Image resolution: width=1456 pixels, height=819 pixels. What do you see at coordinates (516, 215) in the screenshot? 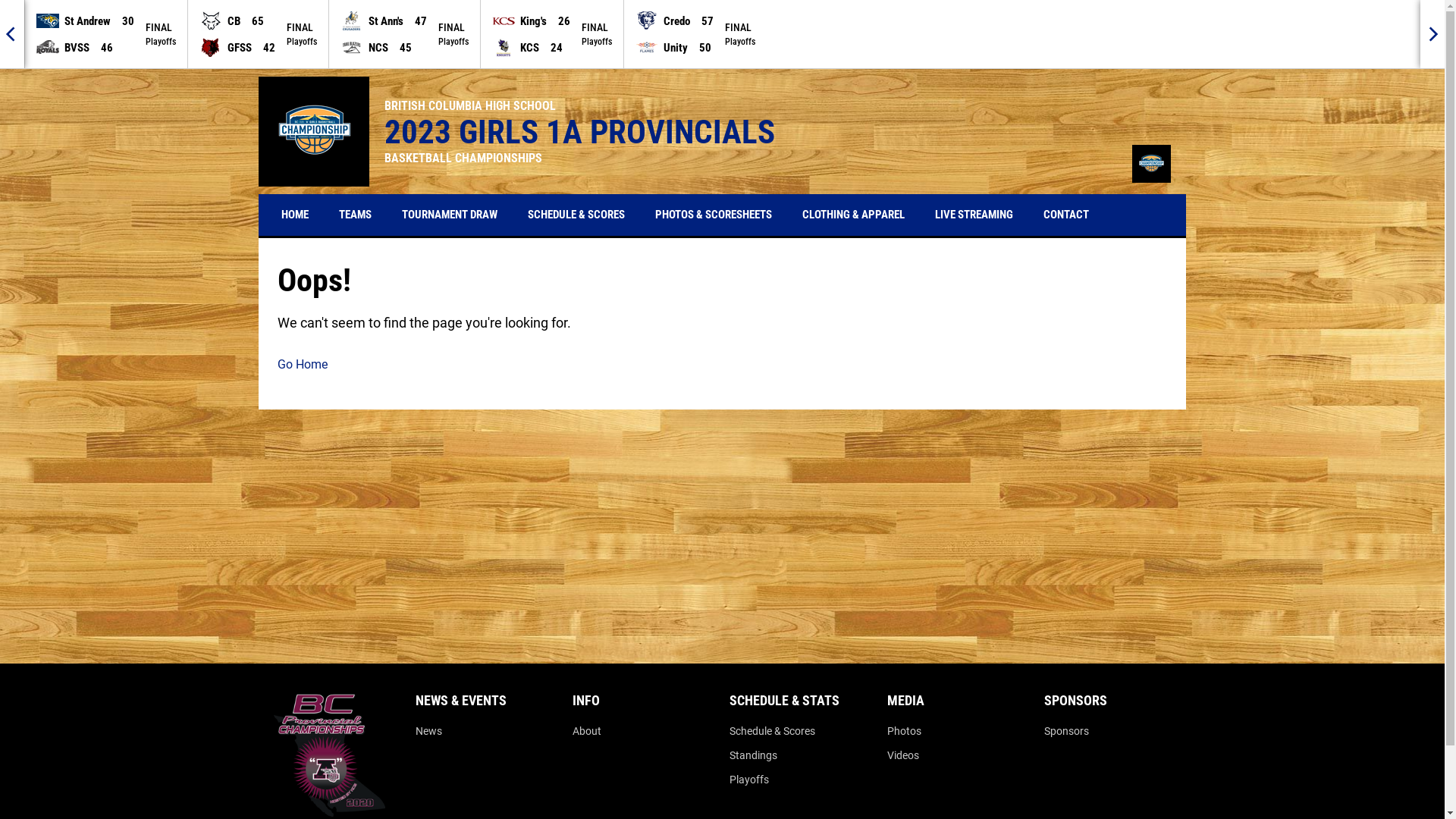
I see `'SCHEDULE & SCORES'` at bounding box center [516, 215].